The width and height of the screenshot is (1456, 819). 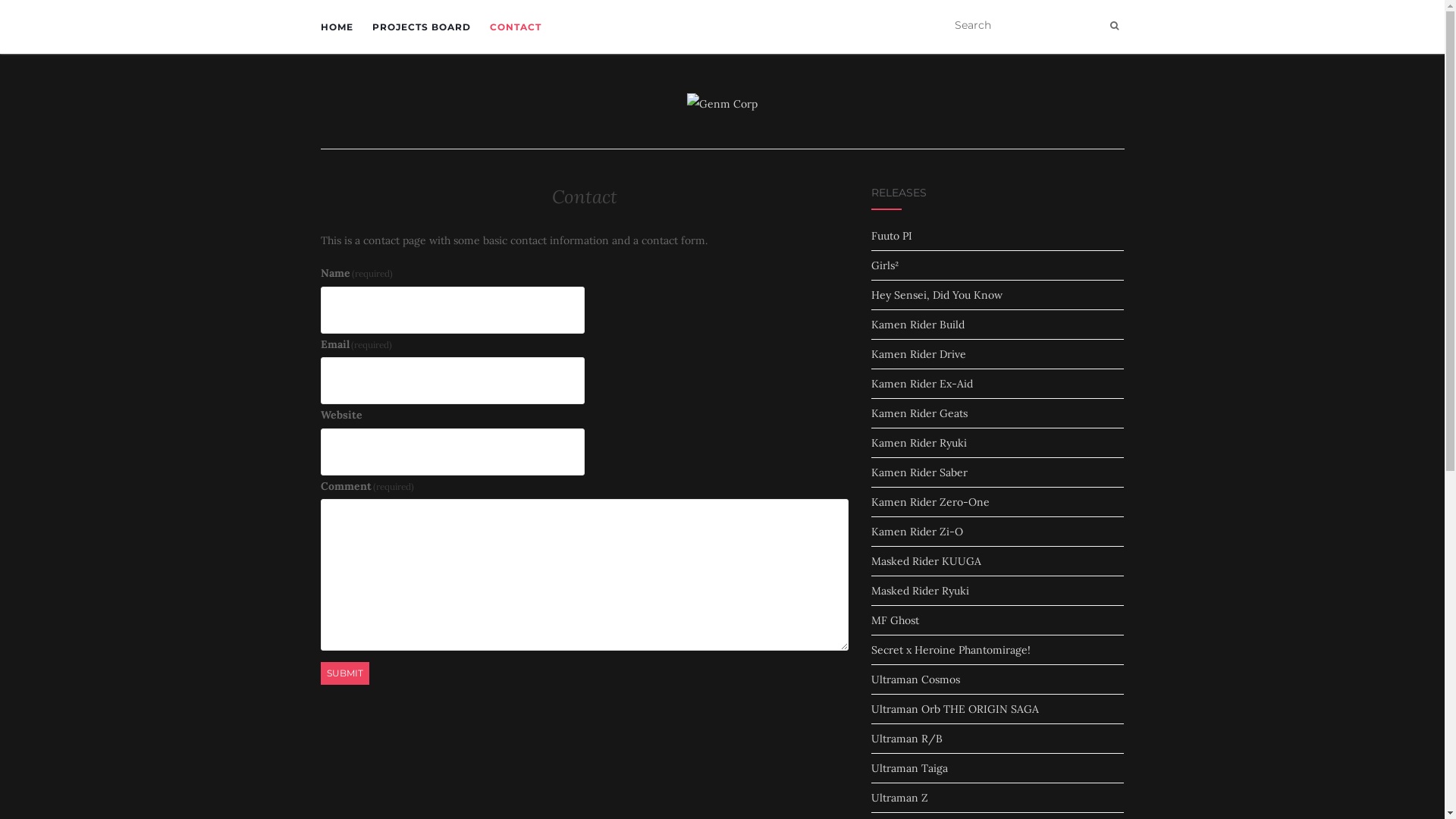 I want to click on 'Secret x Heroine Phantomirage!', so click(x=949, y=648).